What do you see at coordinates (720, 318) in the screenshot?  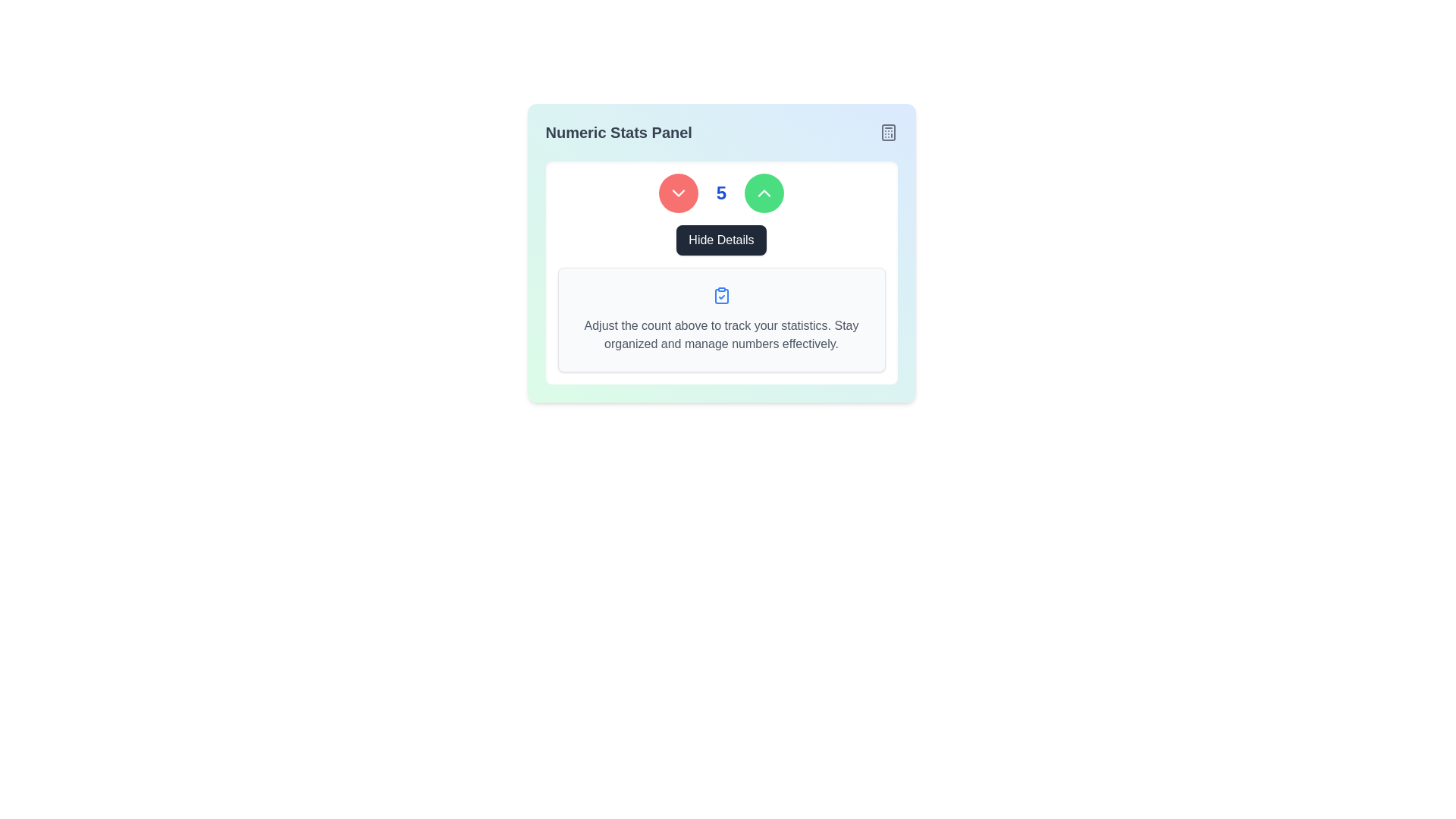 I see `the informational panel that contains a clipboard and checkmark icon, displaying the message 'Adjust the count above to track your statistics. Stay organized and manage numbers effectively.'` at bounding box center [720, 318].